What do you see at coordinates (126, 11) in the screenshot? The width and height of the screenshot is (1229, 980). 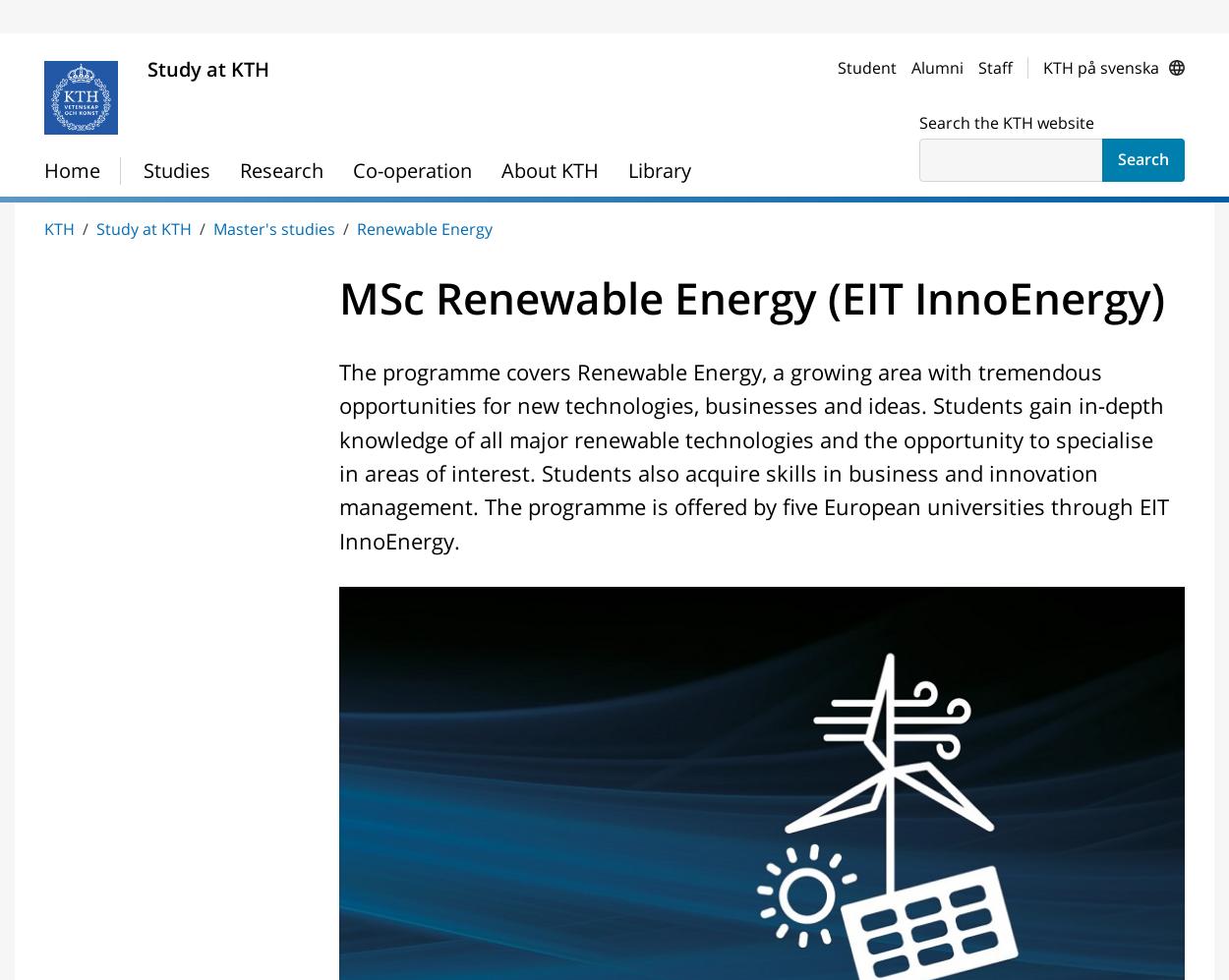 I see `'Master's studies'` at bounding box center [126, 11].